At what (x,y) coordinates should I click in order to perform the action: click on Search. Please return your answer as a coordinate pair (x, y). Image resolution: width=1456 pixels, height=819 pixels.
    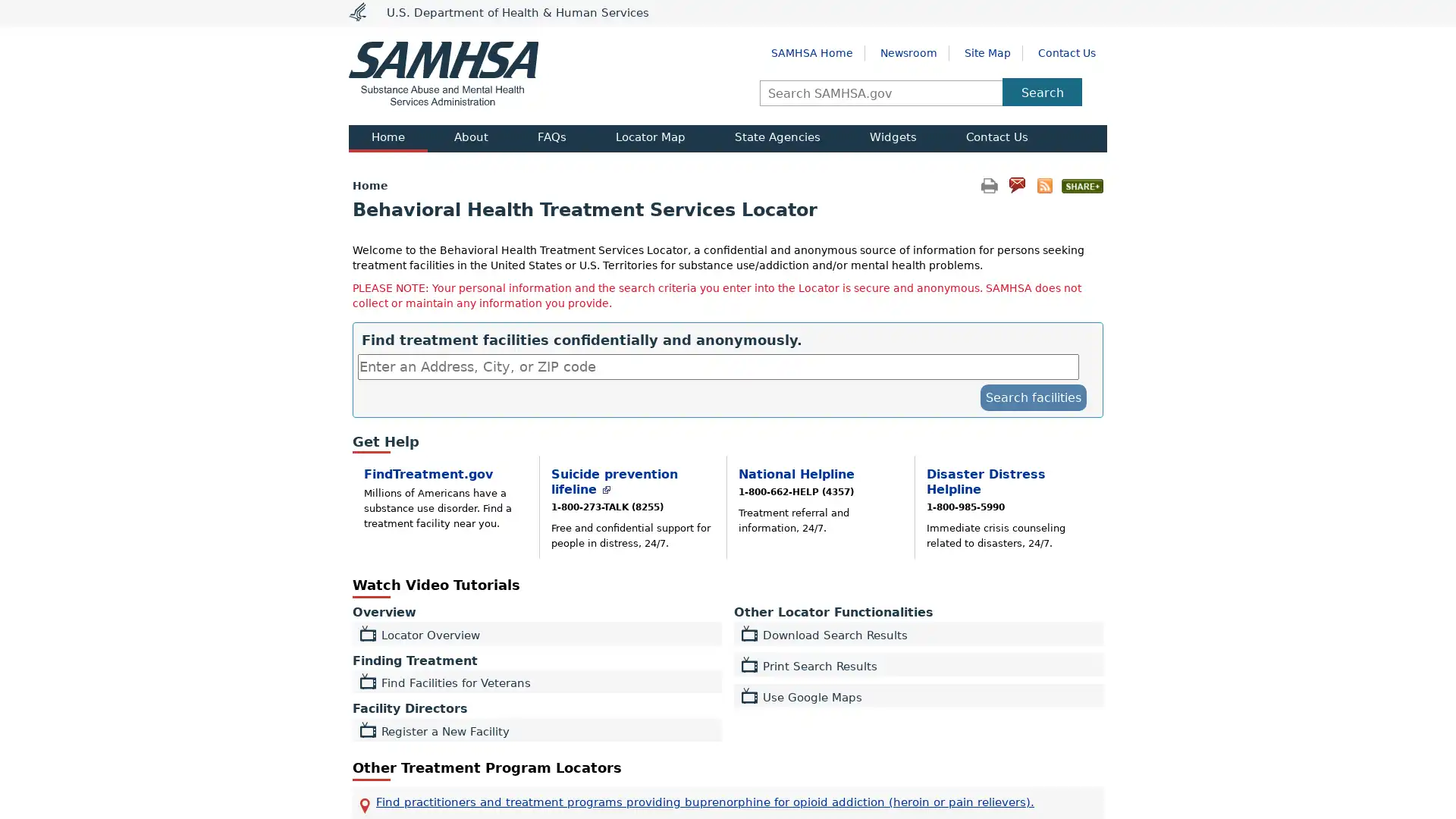
    Looking at the image, I should click on (1041, 92).